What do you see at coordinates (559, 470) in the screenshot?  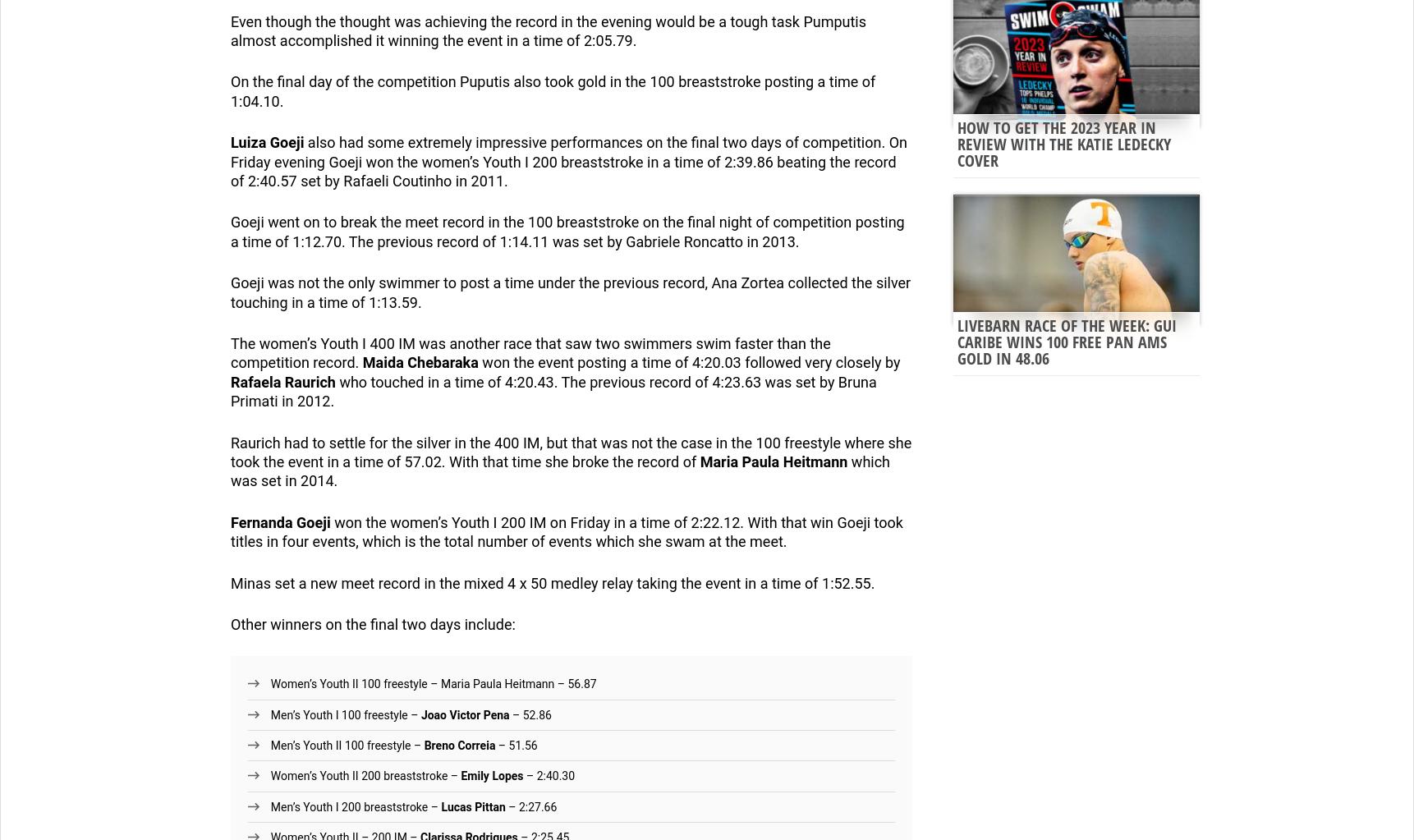 I see `'which was set in 2014.'` at bounding box center [559, 470].